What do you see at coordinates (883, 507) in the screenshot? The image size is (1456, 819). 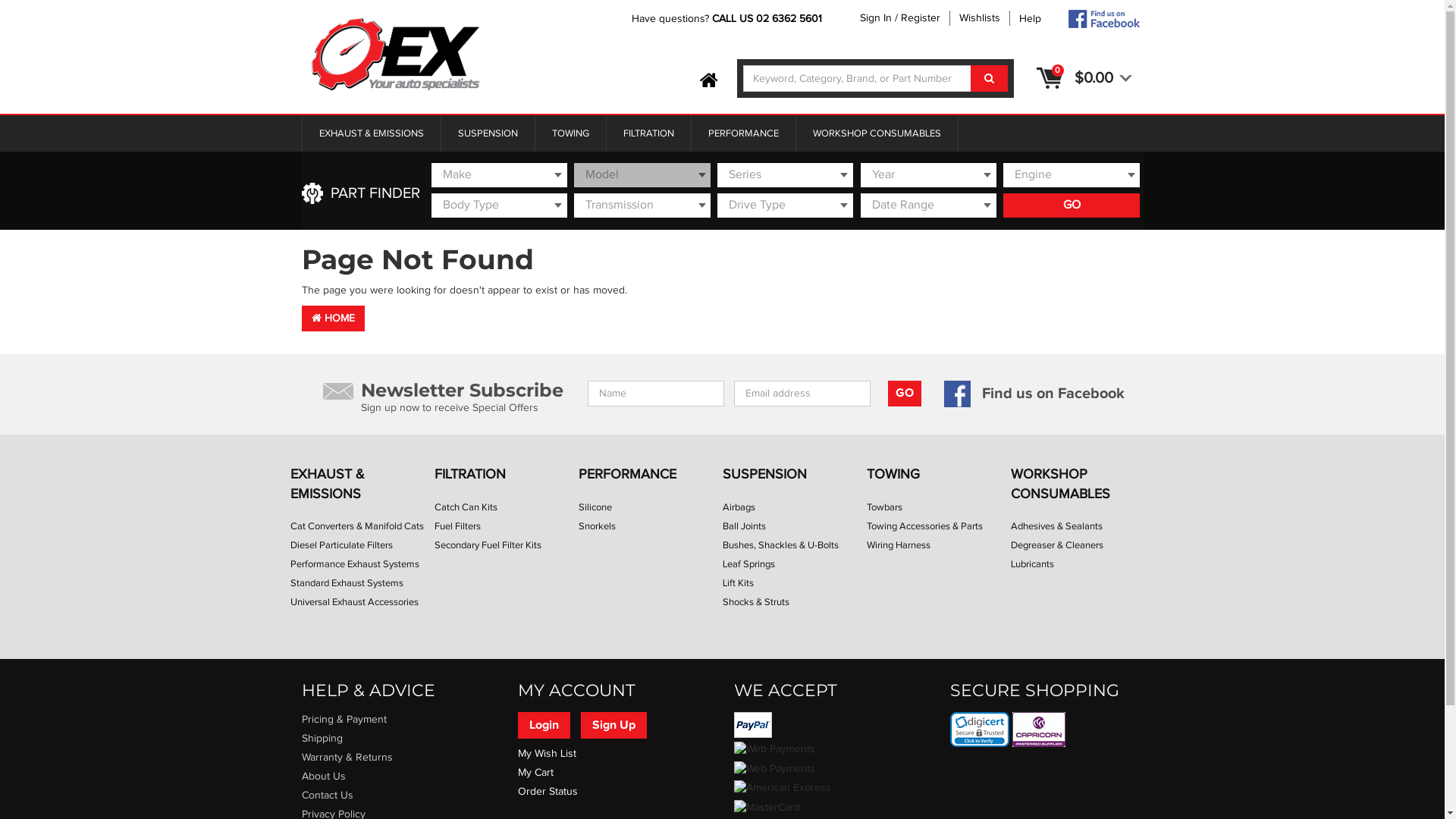 I see `'Towbars'` at bounding box center [883, 507].